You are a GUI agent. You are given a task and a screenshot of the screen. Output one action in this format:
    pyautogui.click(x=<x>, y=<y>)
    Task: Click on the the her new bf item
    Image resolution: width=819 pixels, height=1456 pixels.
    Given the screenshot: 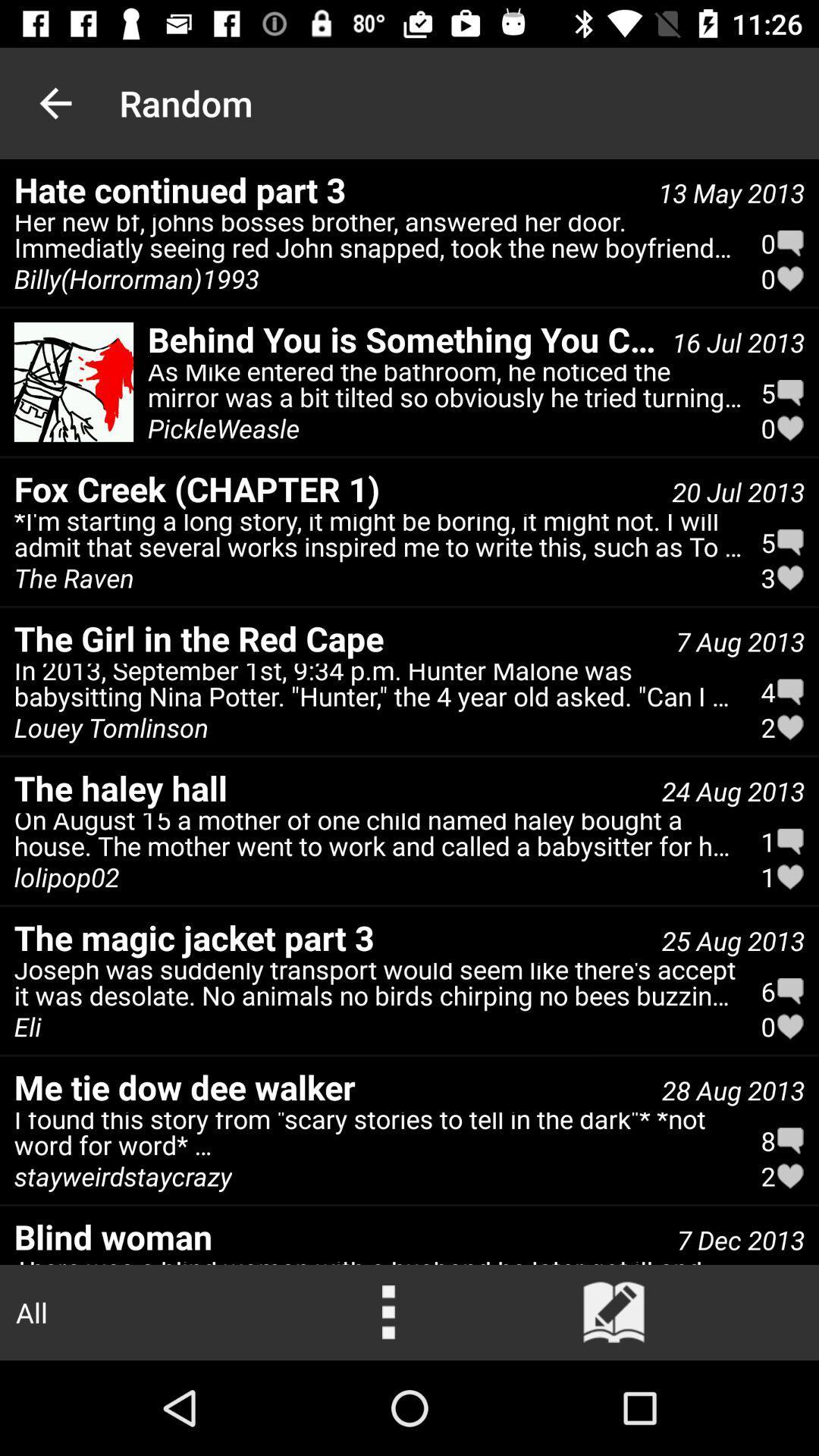 What is the action you would take?
    pyautogui.click(x=378, y=240)
    